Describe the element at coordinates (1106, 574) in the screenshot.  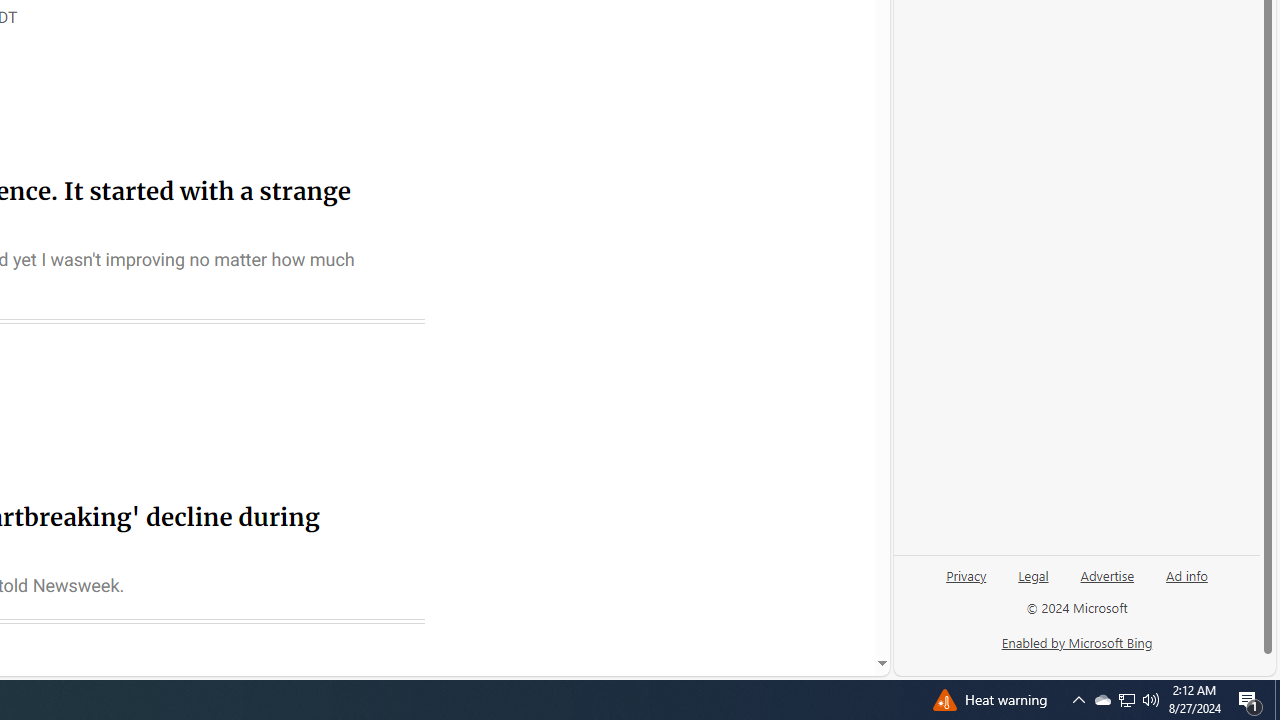
I see `'Advertise'` at that location.